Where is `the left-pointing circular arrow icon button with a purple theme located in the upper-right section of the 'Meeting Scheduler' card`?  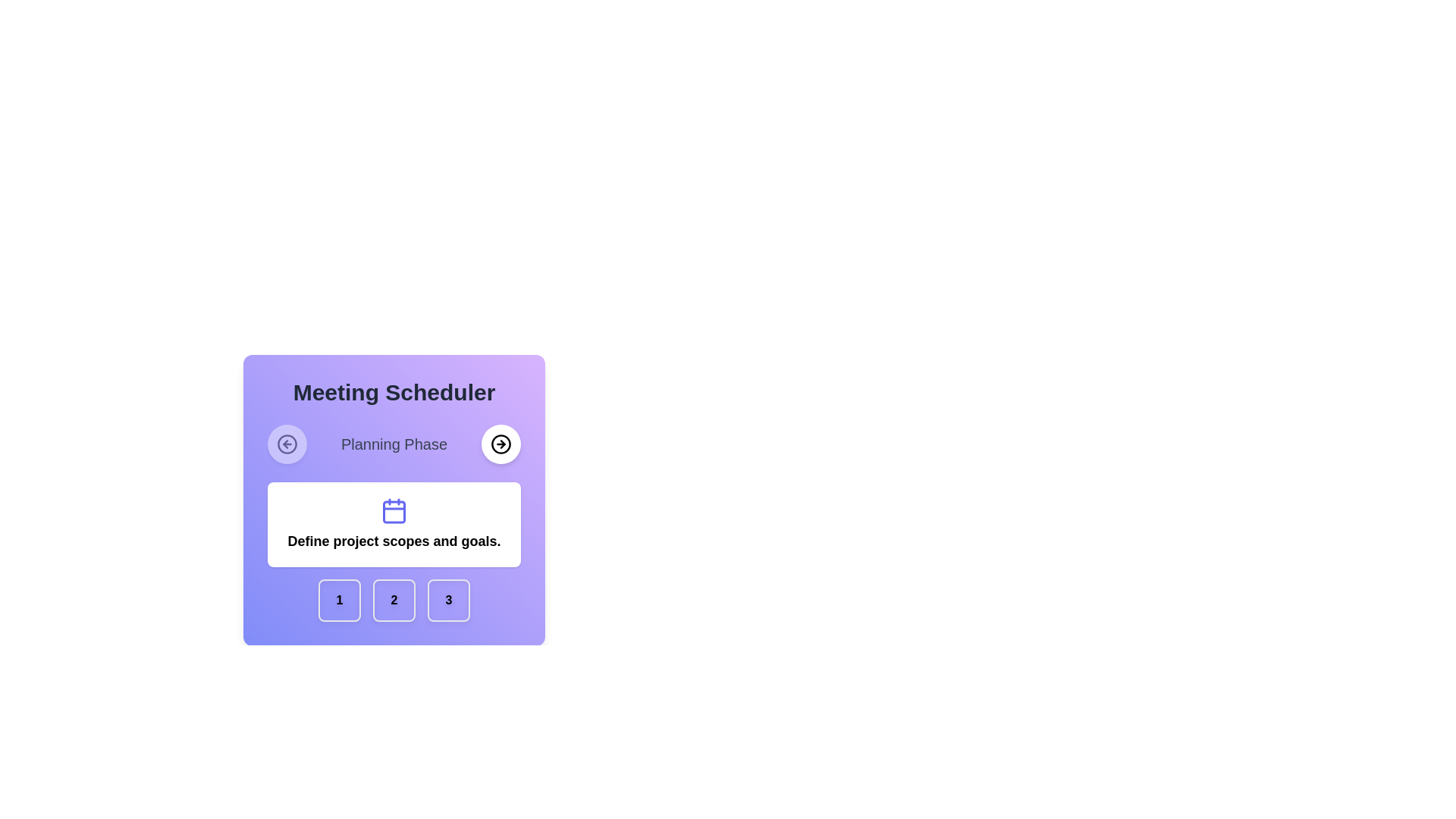
the left-pointing circular arrow icon button with a purple theme located in the upper-right section of the 'Meeting Scheduler' card is located at coordinates (287, 444).